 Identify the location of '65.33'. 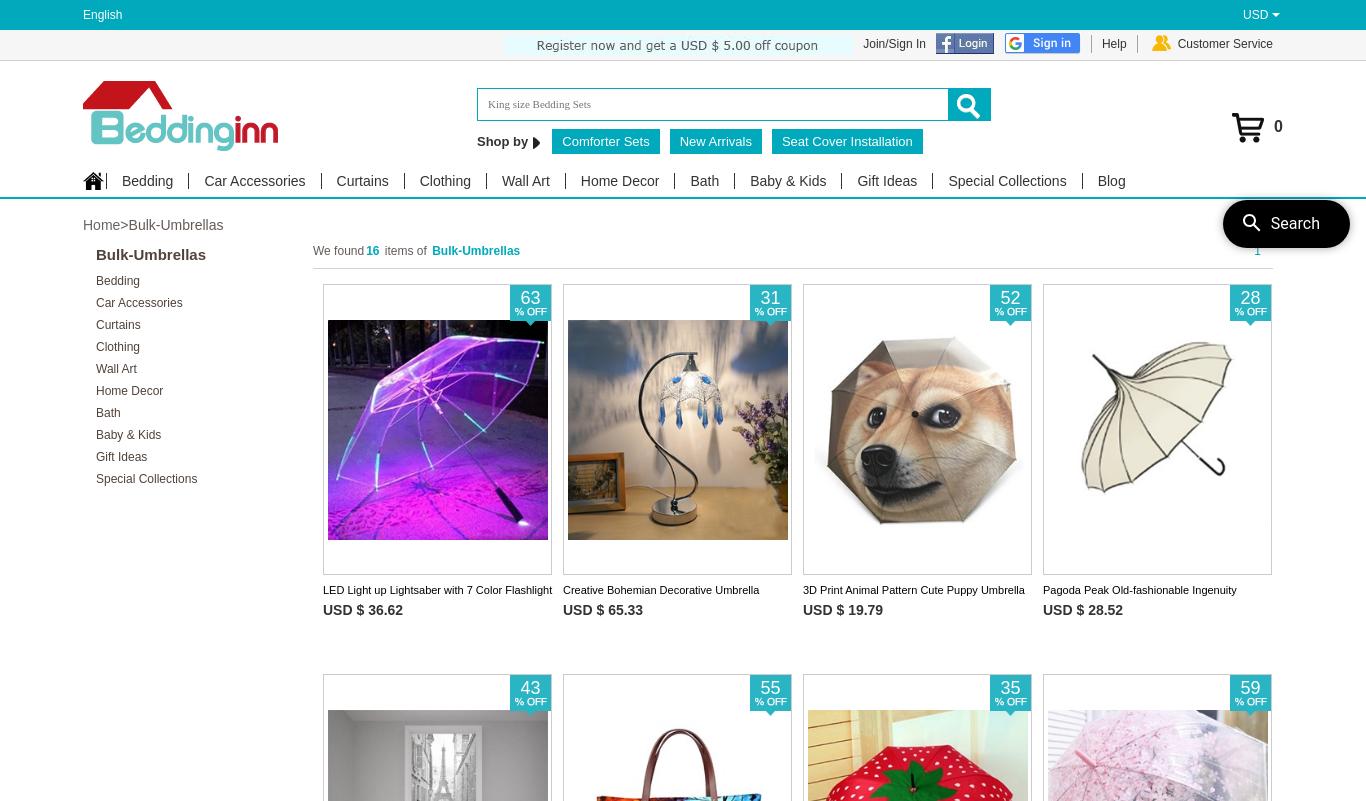
(607, 609).